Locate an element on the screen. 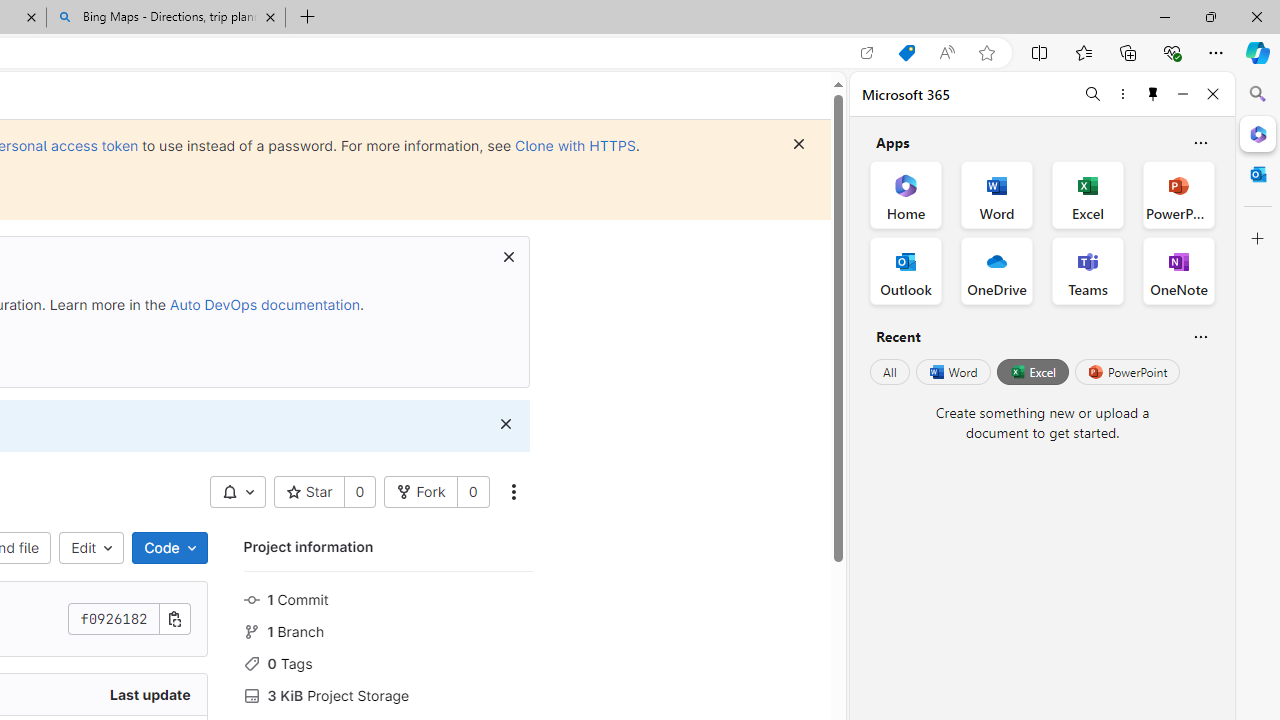  'Word' is located at coordinates (951, 372).